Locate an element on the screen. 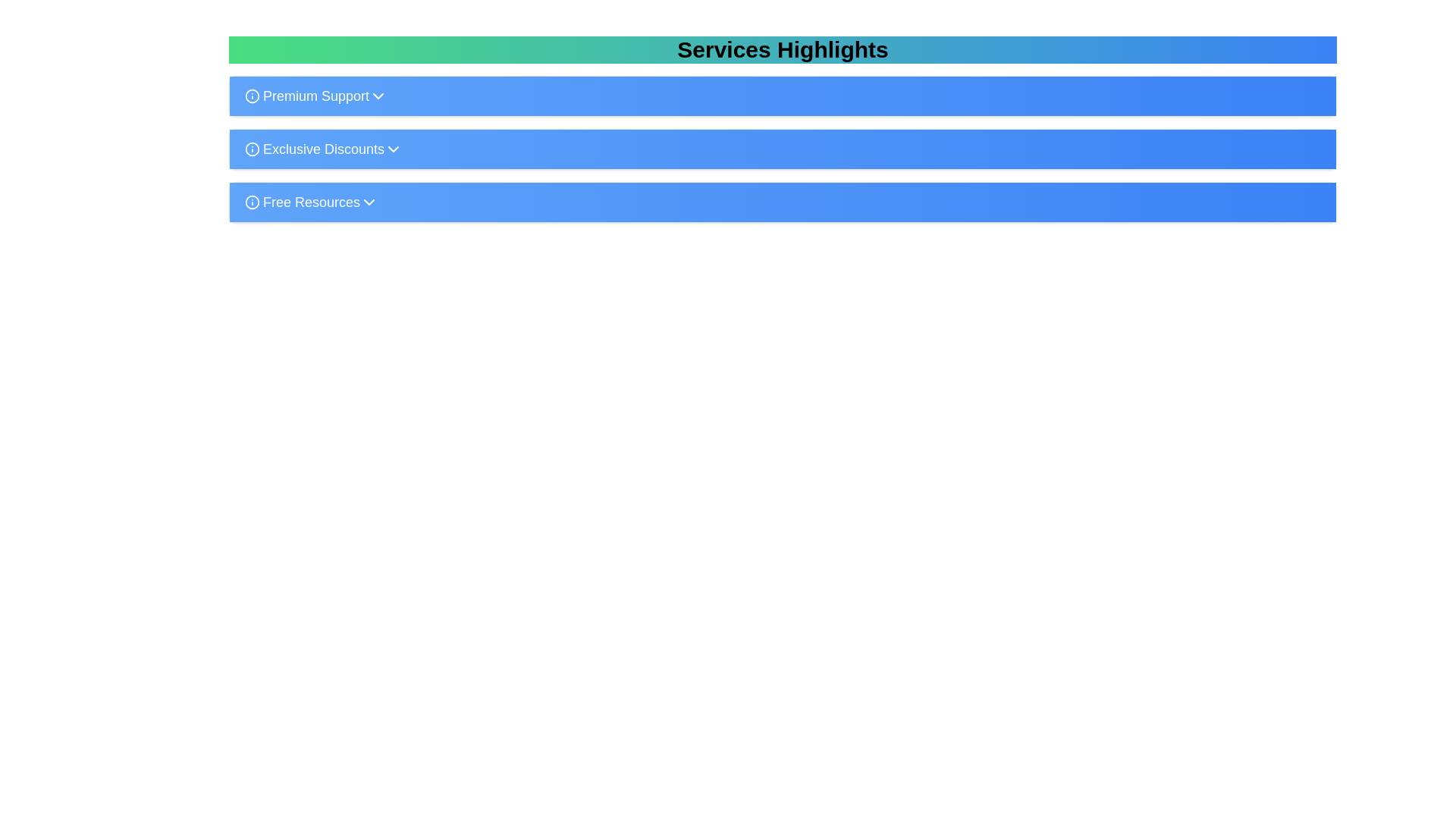 This screenshot has height=819, width=1456. text of the 'Premium Support' label, which is styled with medium-weight font and is part of a blue background bar under the header 'Services Highlights' is located at coordinates (306, 96).